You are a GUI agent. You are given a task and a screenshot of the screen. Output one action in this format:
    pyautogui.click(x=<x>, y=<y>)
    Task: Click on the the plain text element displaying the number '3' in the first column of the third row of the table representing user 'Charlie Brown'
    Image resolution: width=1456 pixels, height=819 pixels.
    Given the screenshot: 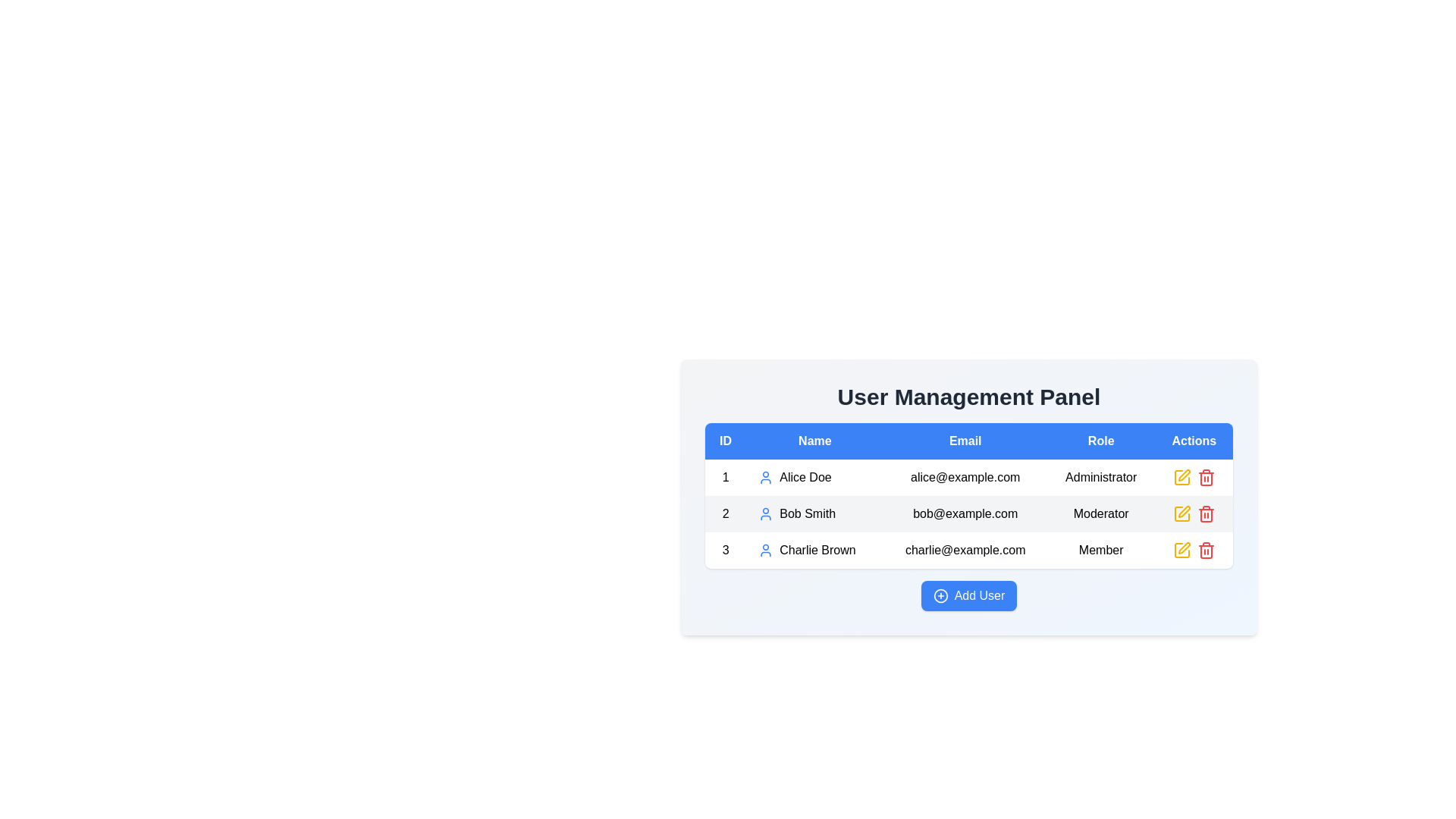 What is the action you would take?
    pyautogui.click(x=725, y=550)
    